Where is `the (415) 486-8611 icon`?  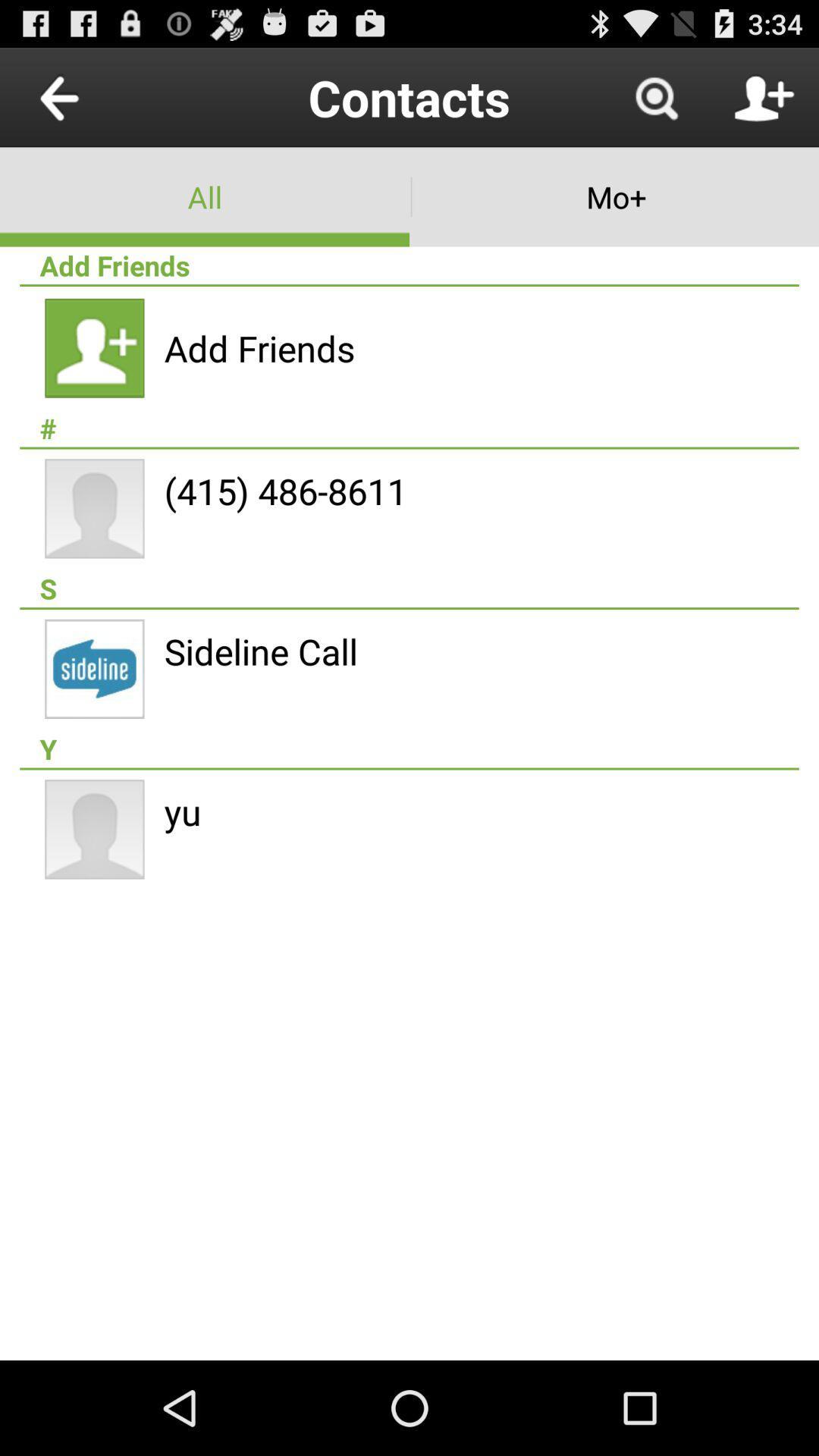
the (415) 486-8611 icon is located at coordinates (285, 491).